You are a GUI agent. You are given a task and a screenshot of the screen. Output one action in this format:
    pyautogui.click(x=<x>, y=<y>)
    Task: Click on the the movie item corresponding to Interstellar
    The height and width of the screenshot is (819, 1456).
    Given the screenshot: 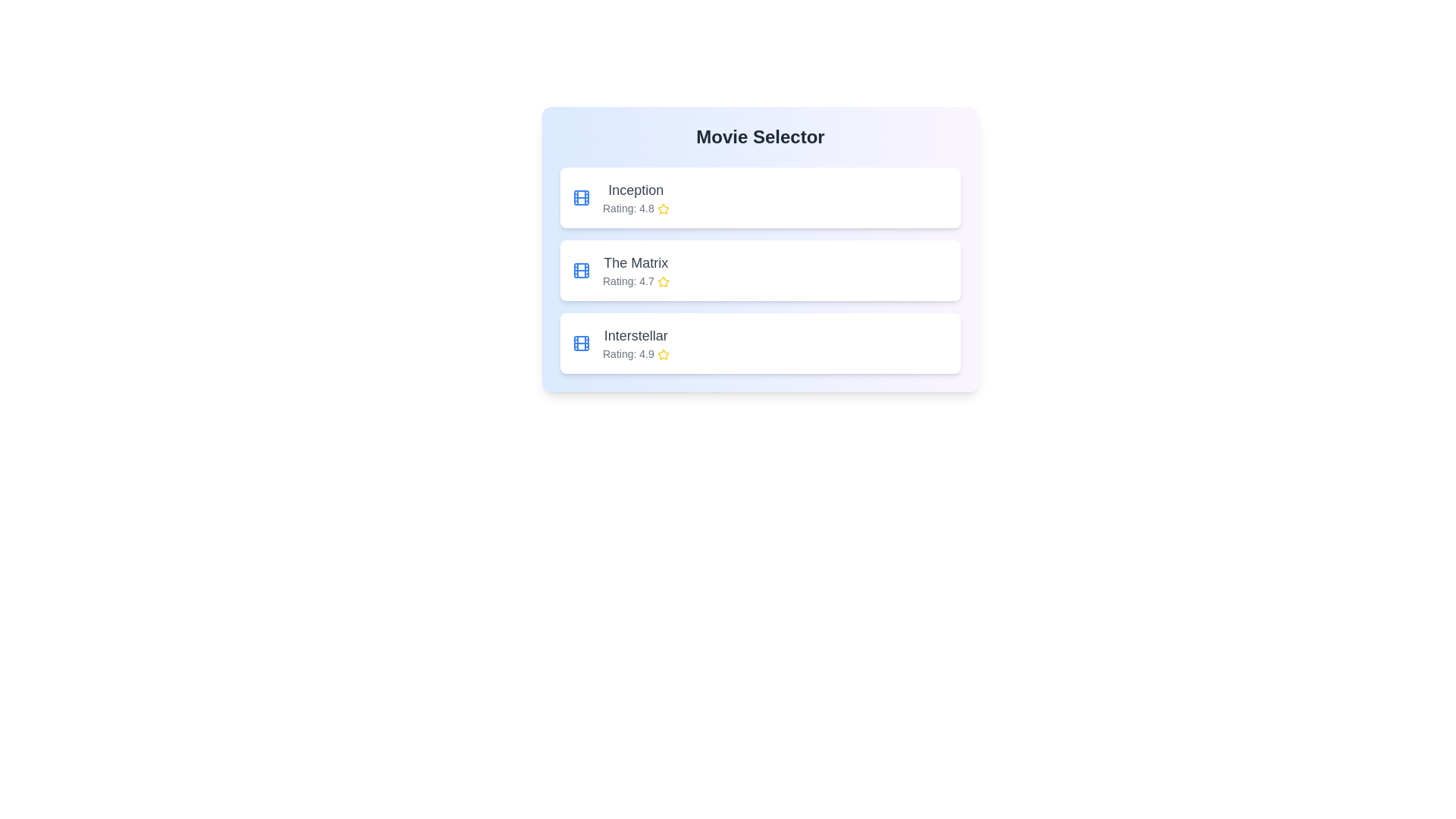 What is the action you would take?
    pyautogui.click(x=761, y=343)
    